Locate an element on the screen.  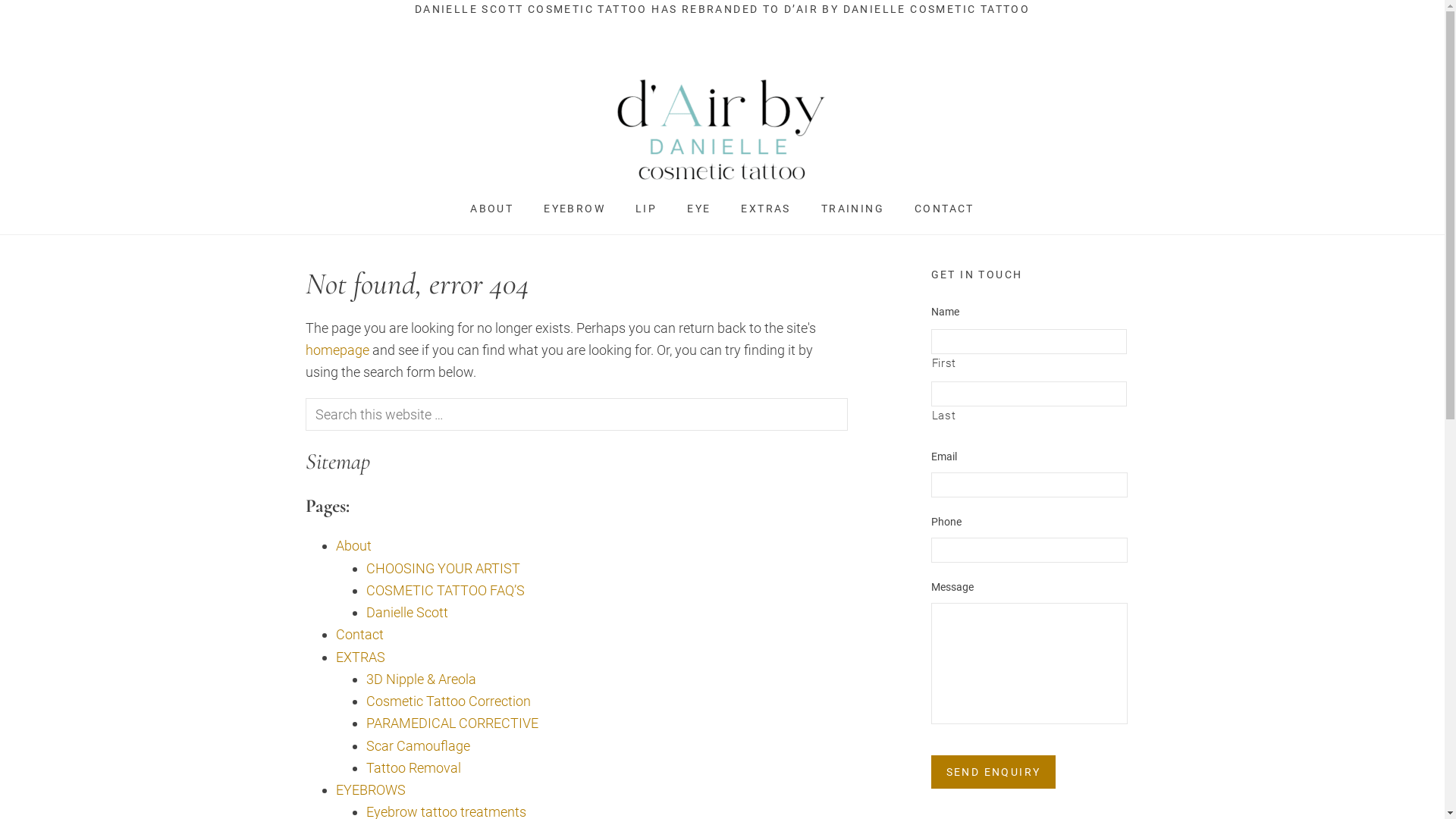
'Contact' is located at coordinates (334, 634).